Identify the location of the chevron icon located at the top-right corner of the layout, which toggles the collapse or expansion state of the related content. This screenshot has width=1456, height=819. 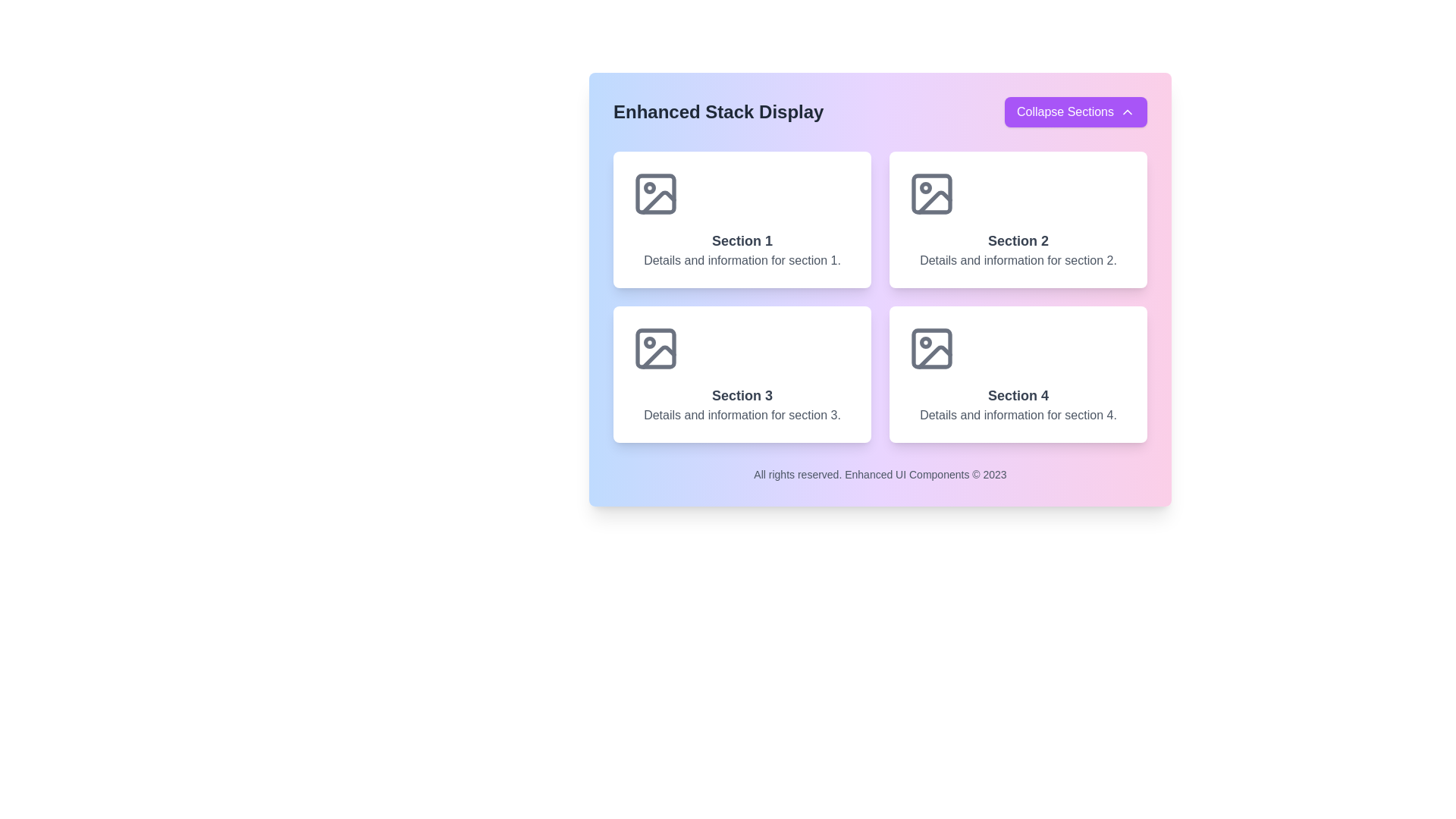
(1128, 111).